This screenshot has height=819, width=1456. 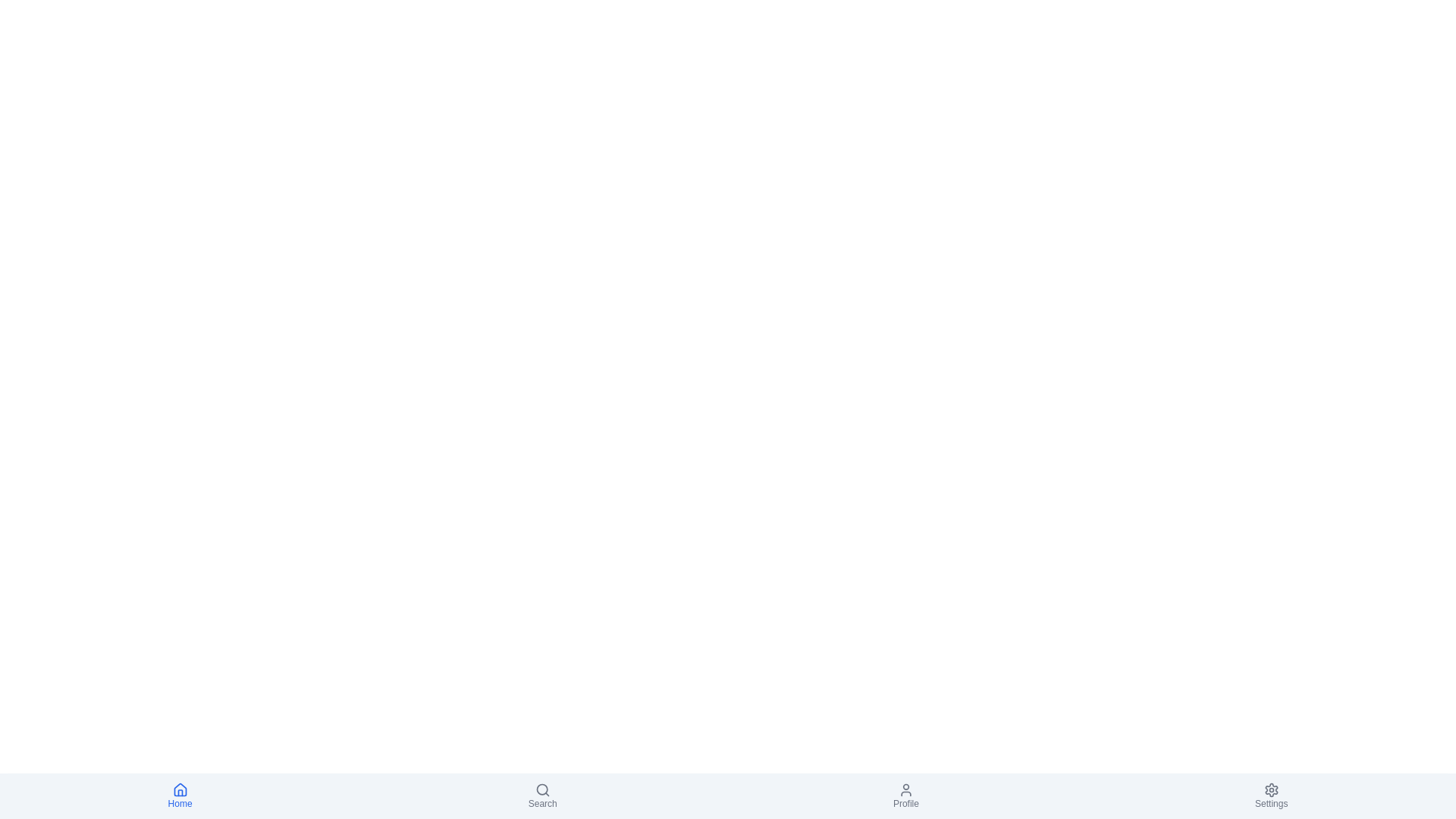 What do you see at coordinates (1271, 803) in the screenshot?
I see `the 'Settings' text label located in the bottom-right corner of the navigation bar` at bounding box center [1271, 803].